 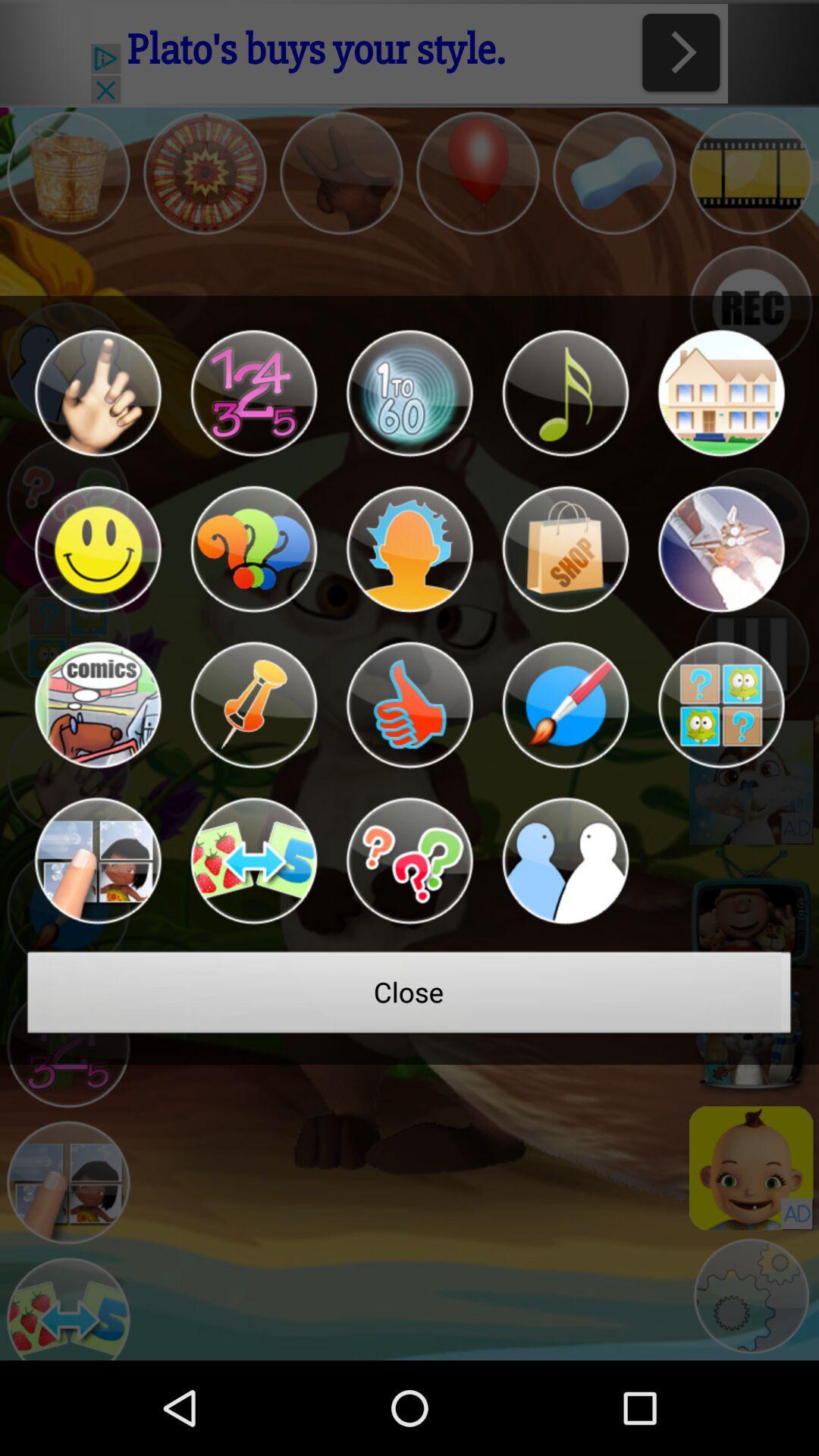 I want to click on the help icon, so click(x=253, y=587).